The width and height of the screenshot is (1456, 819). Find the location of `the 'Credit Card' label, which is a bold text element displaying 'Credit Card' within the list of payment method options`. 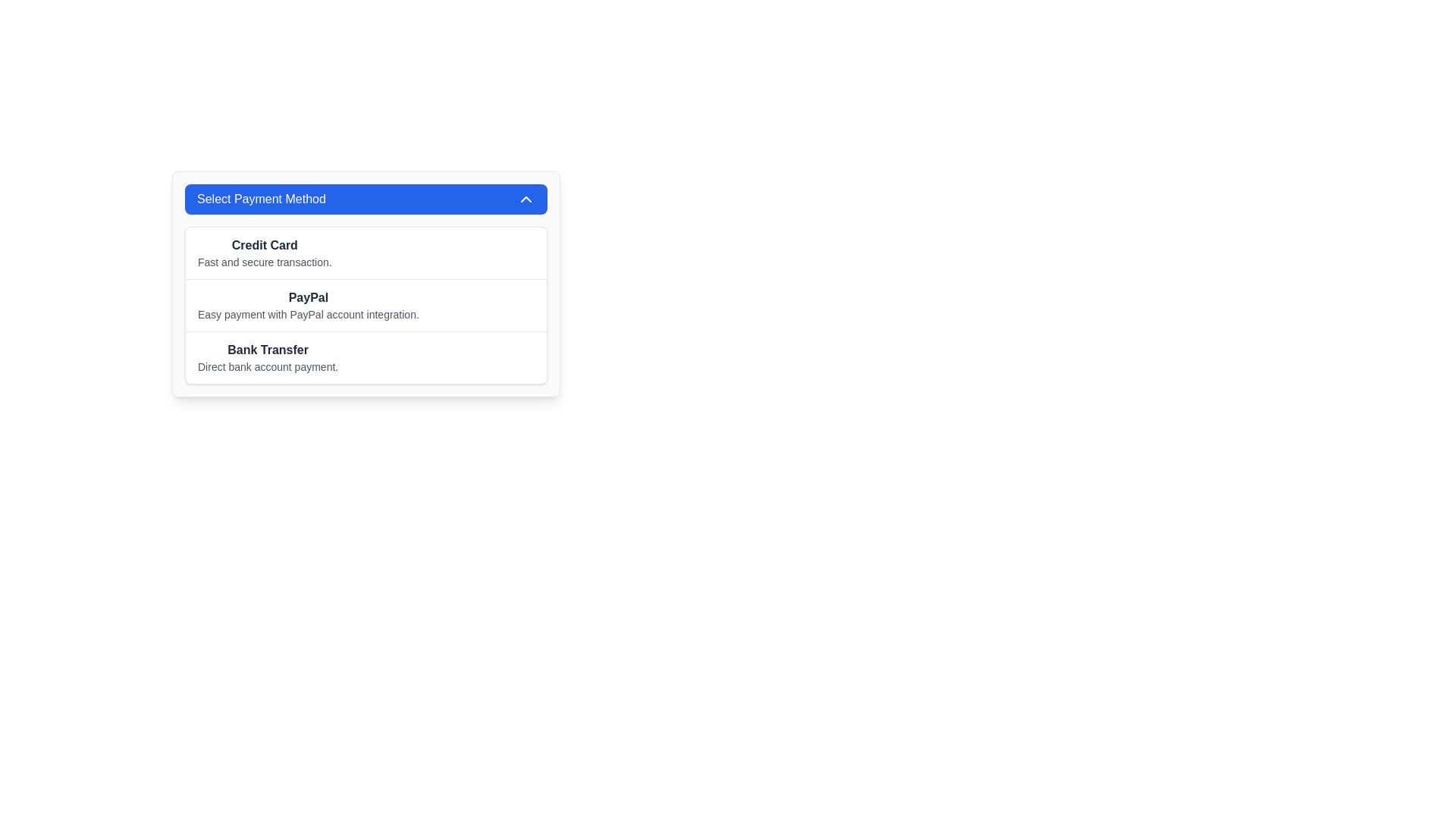

the 'Credit Card' label, which is a bold text element displaying 'Credit Card' within the list of payment method options is located at coordinates (265, 244).